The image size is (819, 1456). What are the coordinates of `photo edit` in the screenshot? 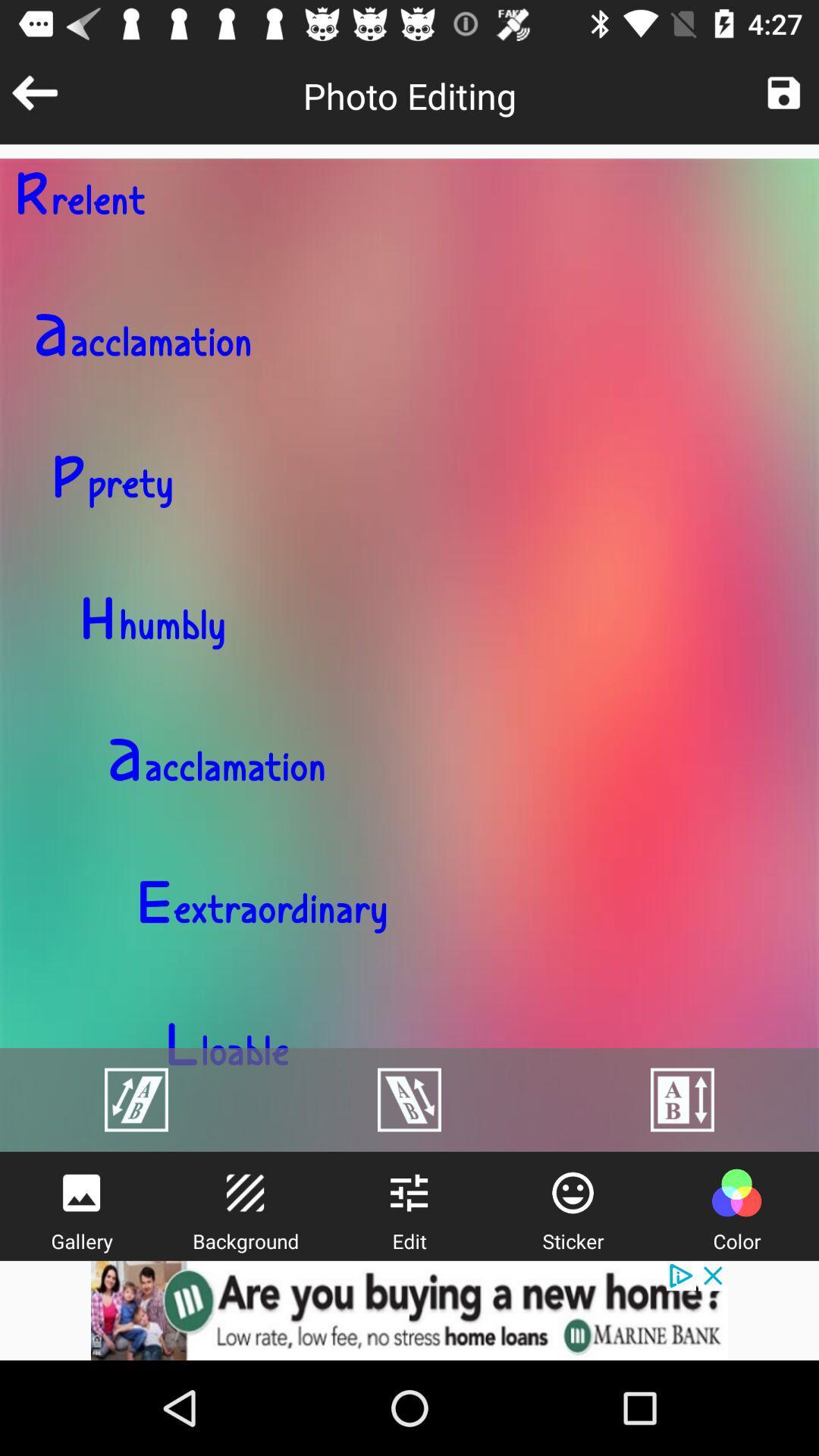 It's located at (783, 92).